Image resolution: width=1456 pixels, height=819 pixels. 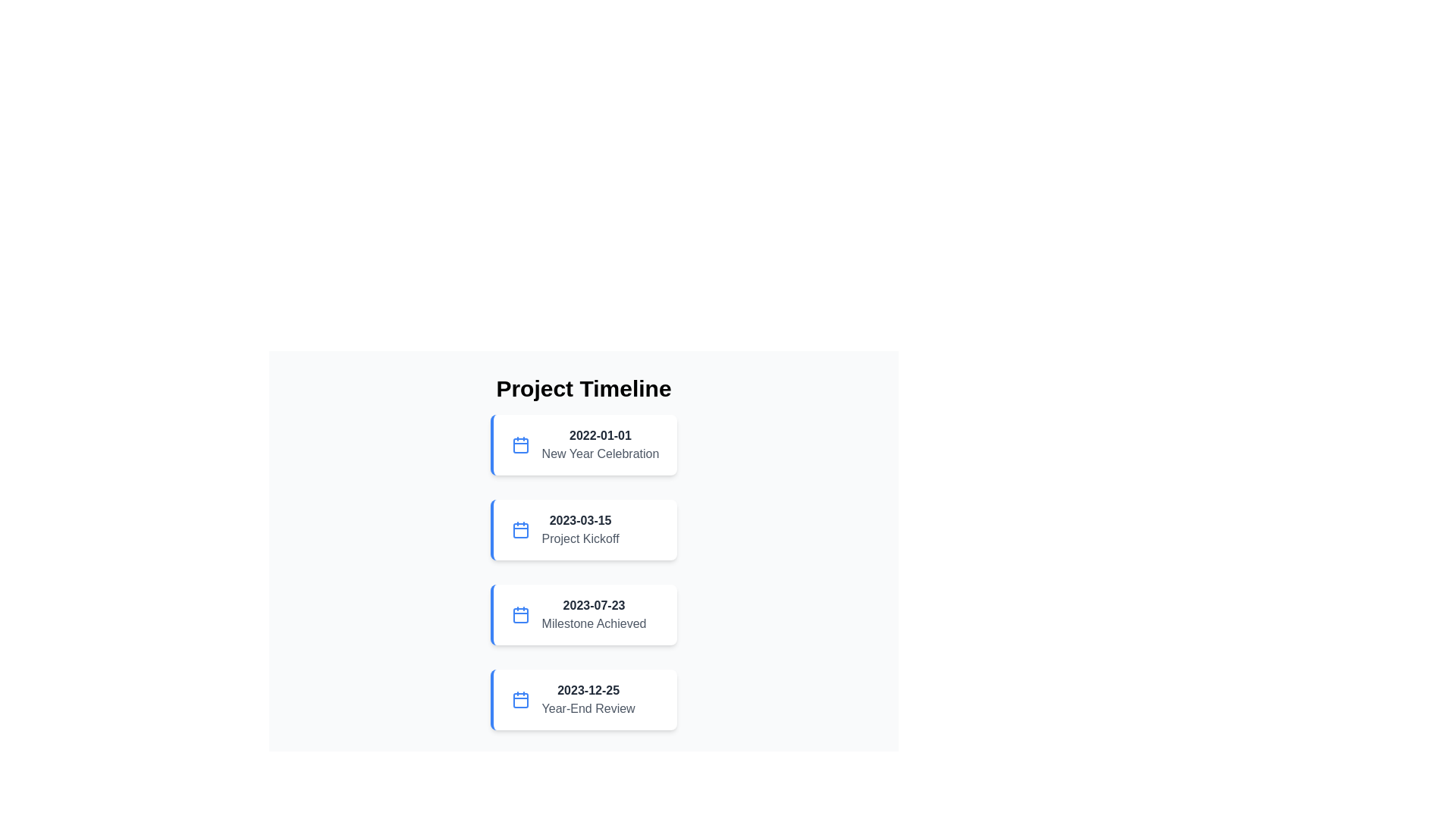 What do you see at coordinates (593, 614) in the screenshot?
I see `the Text label element displaying 'Milestone Achieved' which is part of the 'Project Timeline' list, located below '2023-03-15 Project Kickoff' and above '2023-12-25 Year-End Review'` at bounding box center [593, 614].